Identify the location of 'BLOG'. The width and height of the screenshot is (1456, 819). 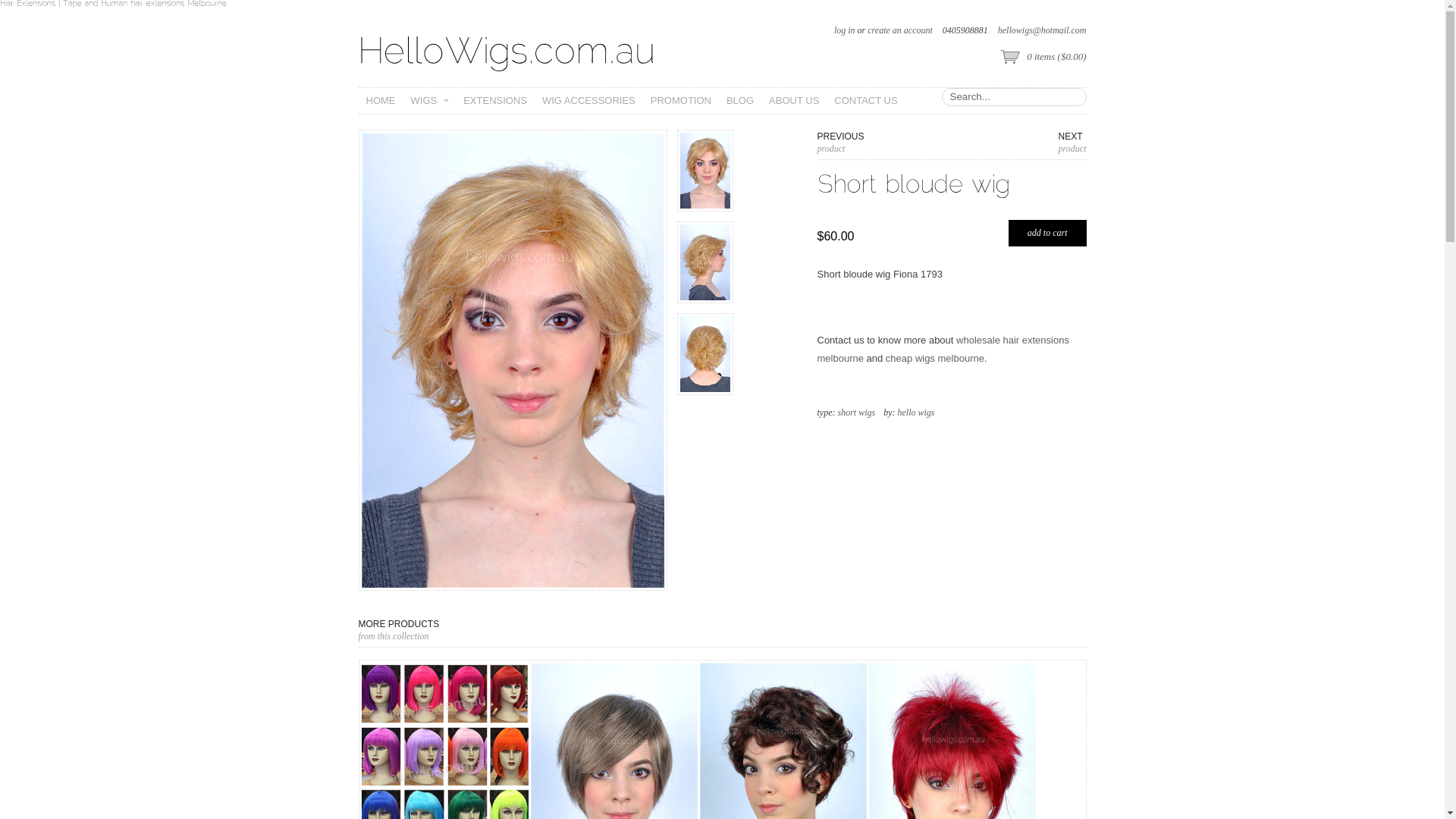
(739, 100).